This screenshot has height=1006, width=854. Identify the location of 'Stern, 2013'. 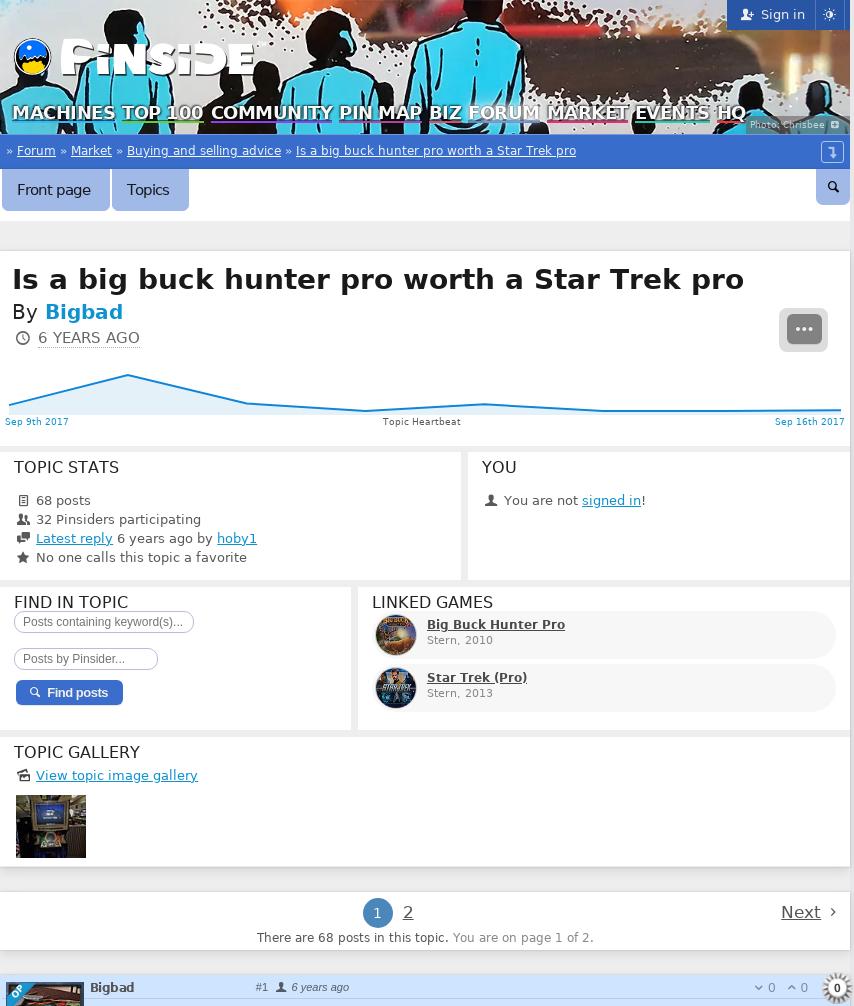
(459, 692).